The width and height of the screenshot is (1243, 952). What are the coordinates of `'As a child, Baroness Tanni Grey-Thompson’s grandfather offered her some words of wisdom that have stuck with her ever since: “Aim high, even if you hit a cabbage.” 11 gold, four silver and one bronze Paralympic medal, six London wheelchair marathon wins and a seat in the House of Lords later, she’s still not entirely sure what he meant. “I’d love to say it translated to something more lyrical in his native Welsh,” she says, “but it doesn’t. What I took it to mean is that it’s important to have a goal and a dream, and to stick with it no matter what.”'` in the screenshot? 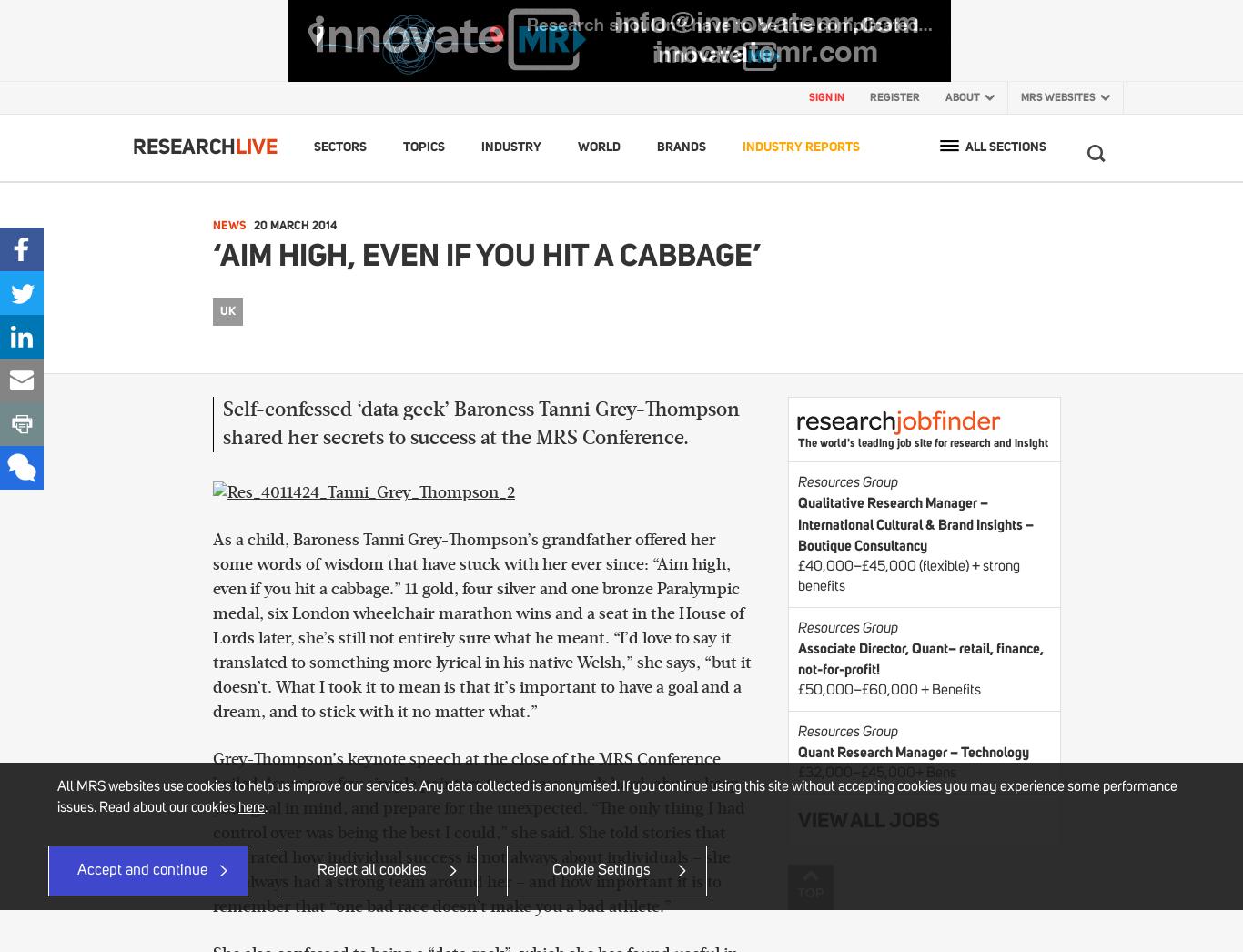 It's located at (212, 626).